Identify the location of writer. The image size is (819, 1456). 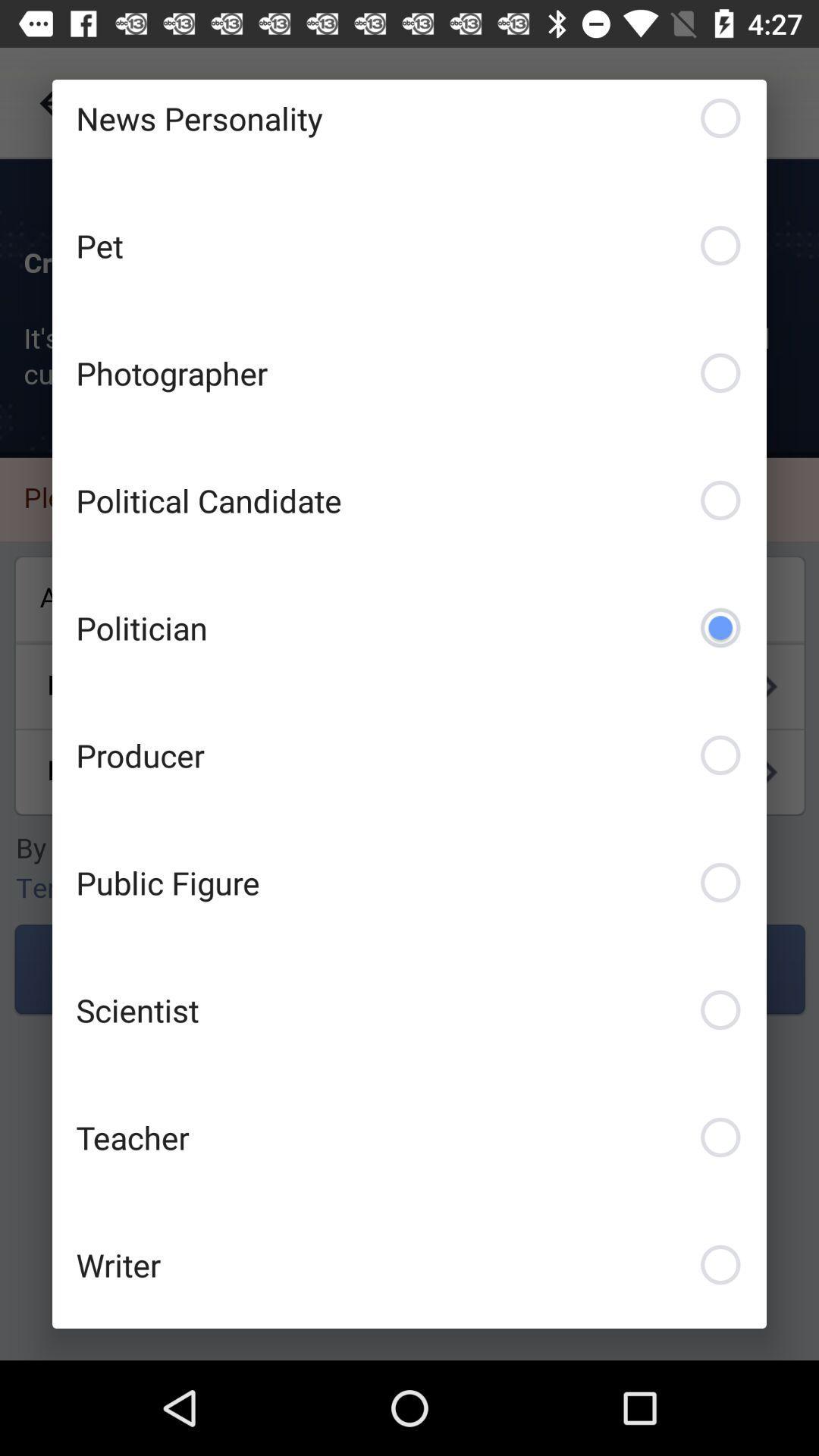
(409, 1265).